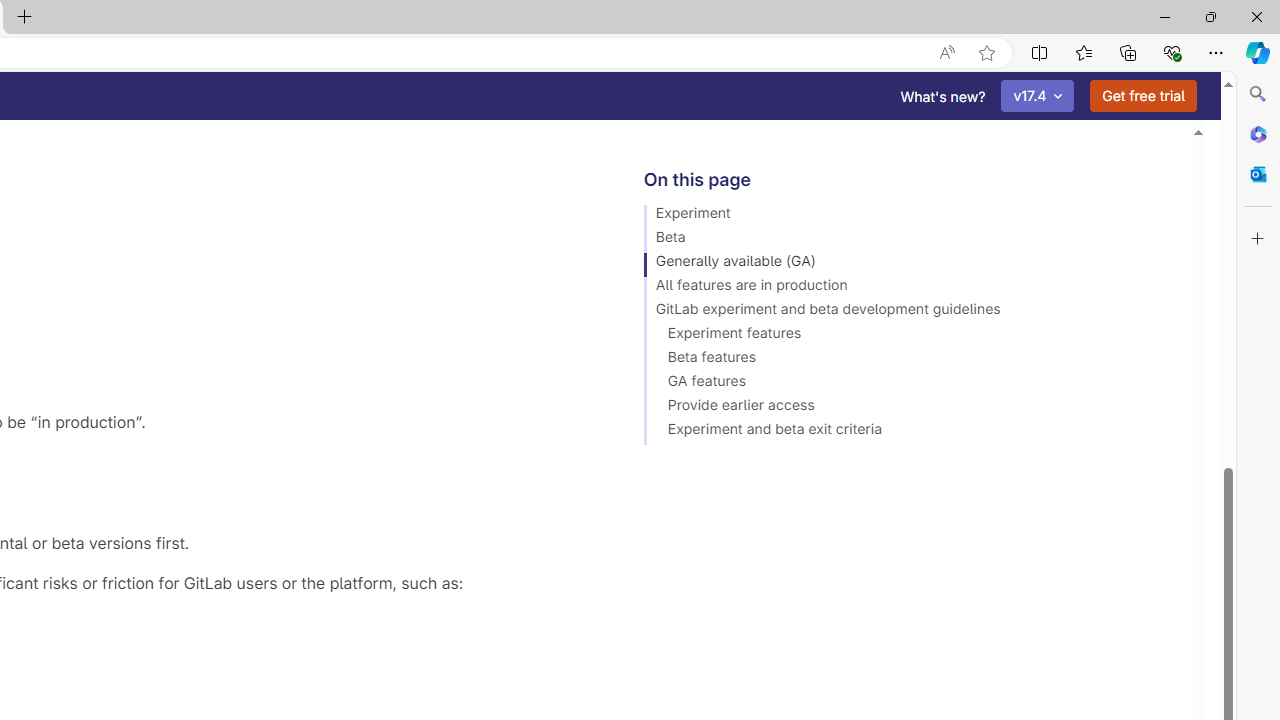  What do you see at coordinates (907, 360) in the screenshot?
I see `'Beta features'` at bounding box center [907, 360].